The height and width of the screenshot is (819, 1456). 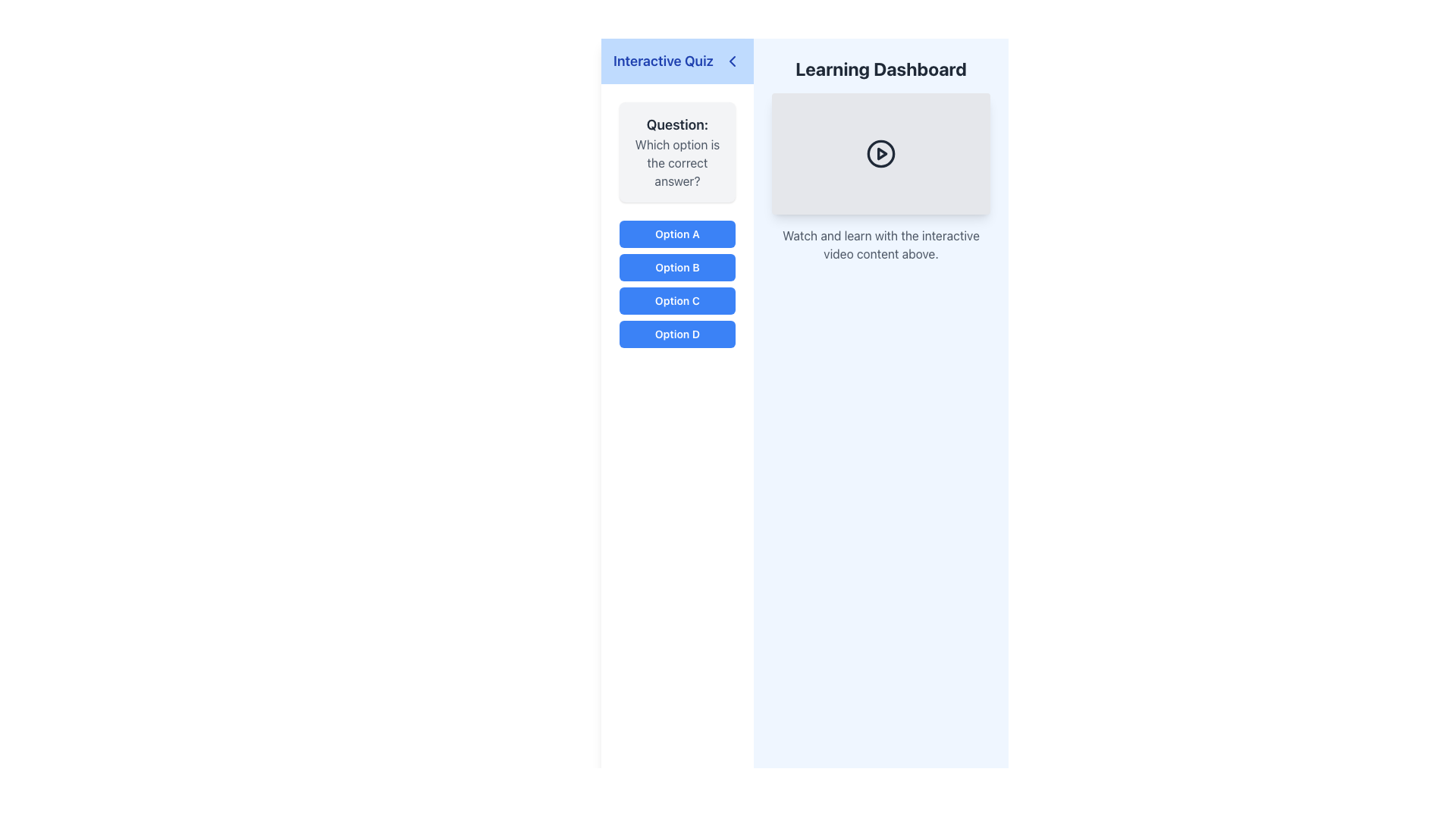 What do you see at coordinates (676, 267) in the screenshot?
I see `the second button labeled 'Option B' in the vertical stack of four buttons used for selecting an answer in a multiple-choice question context` at bounding box center [676, 267].